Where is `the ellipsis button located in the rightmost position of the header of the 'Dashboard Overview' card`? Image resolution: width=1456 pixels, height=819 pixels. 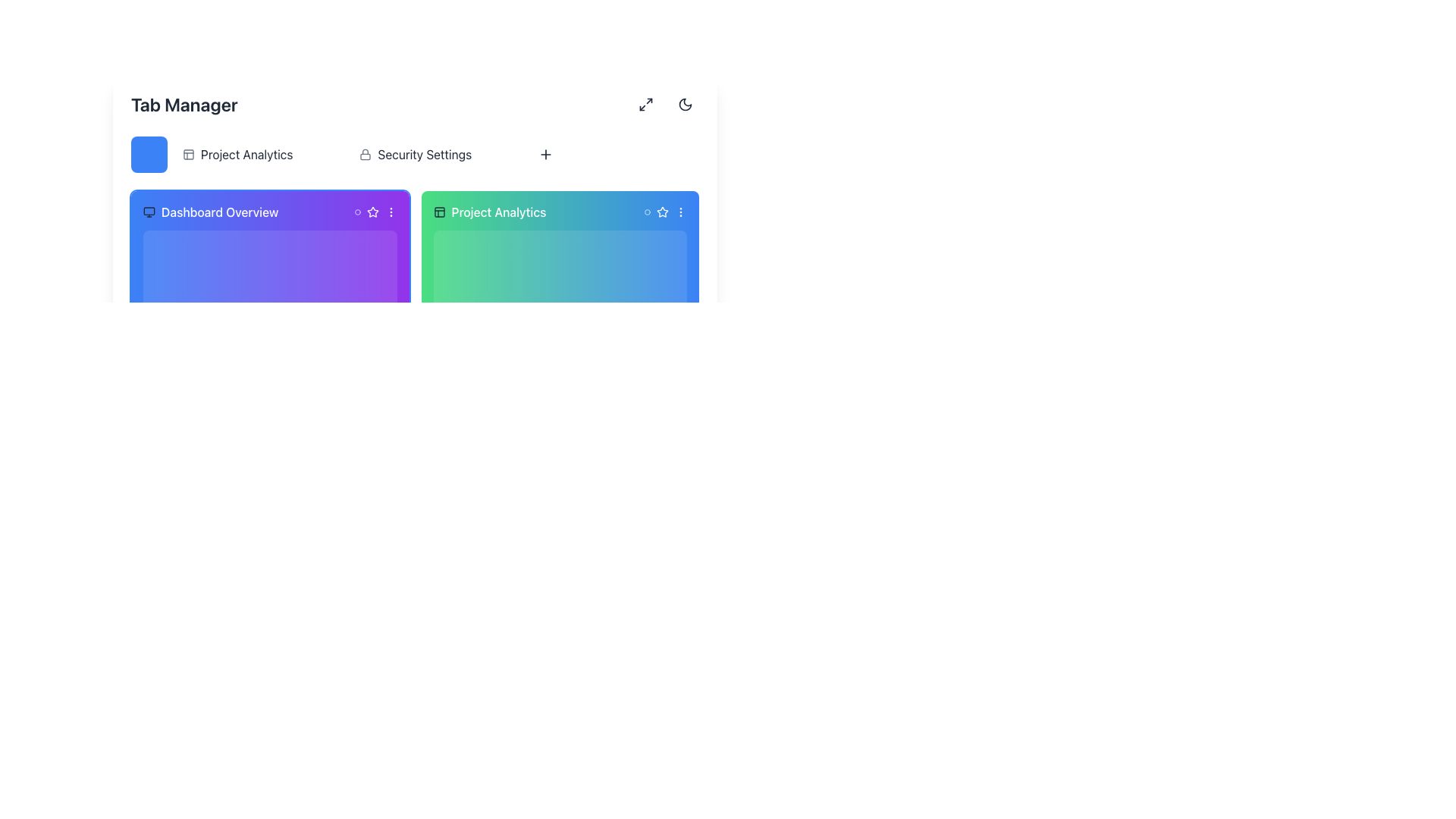 the ellipsis button located in the rightmost position of the header of the 'Dashboard Overview' card is located at coordinates (391, 212).